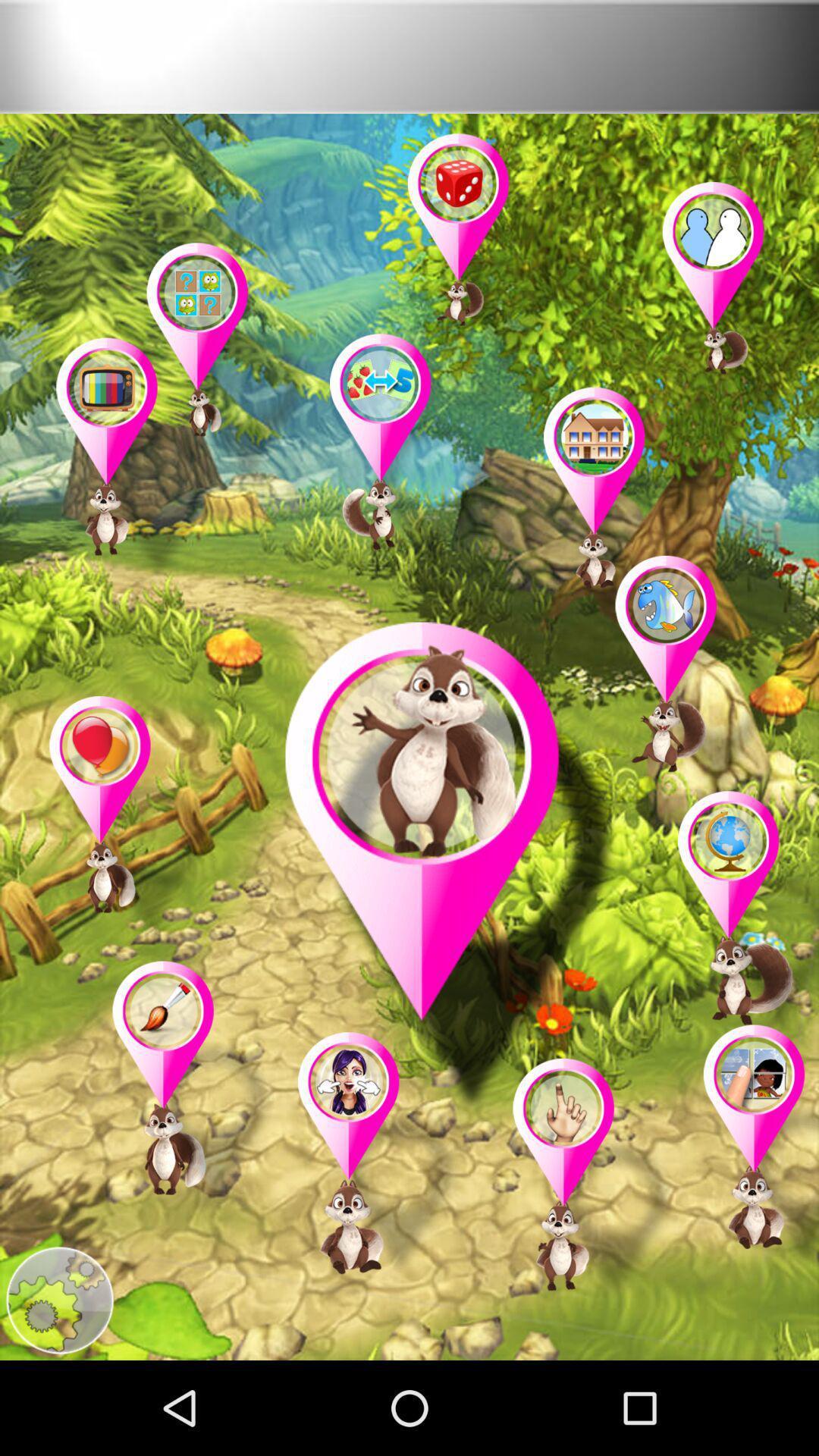 The width and height of the screenshot is (819, 1456). Describe the element at coordinates (193, 1085) in the screenshot. I see `other players` at that location.